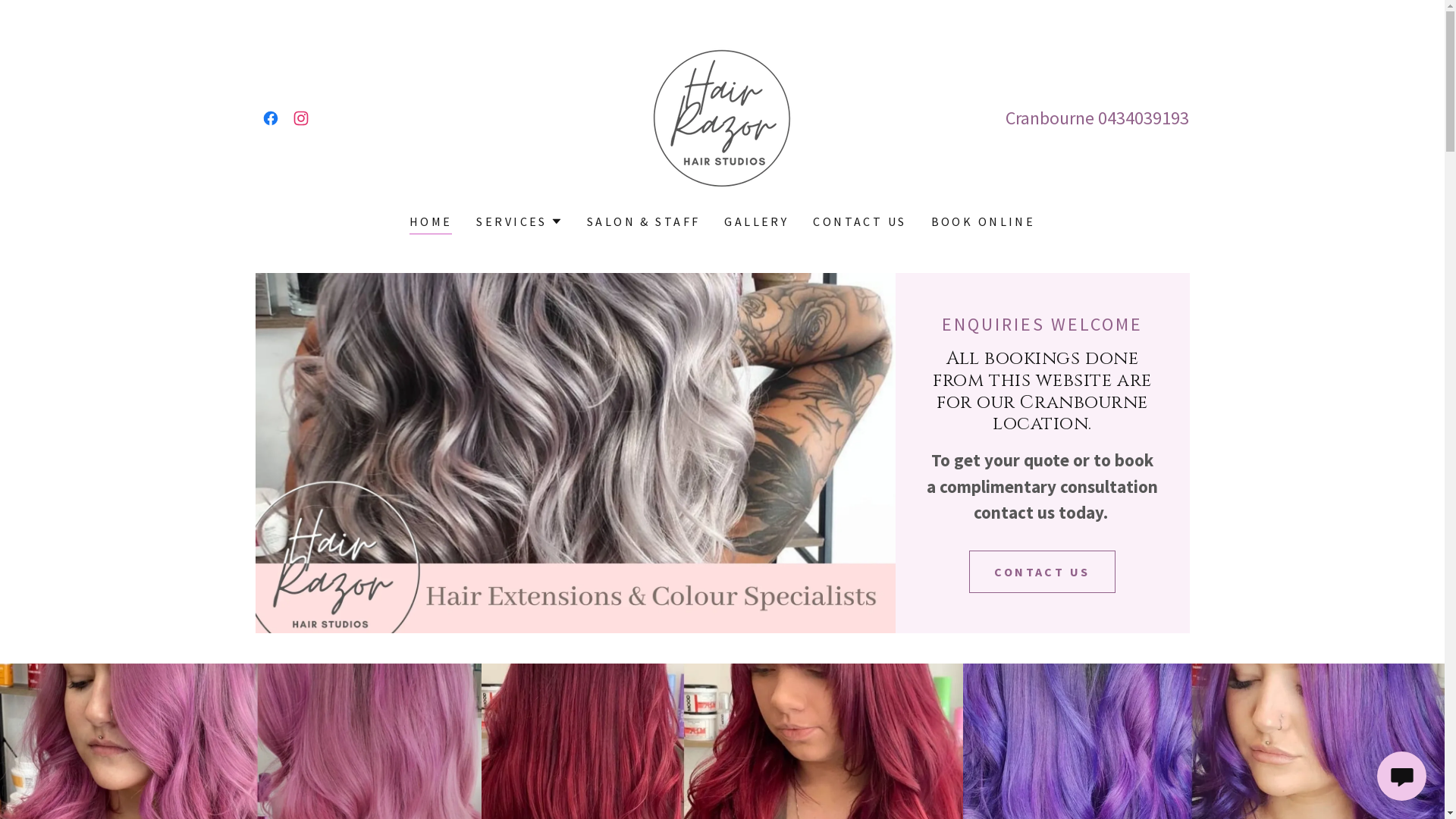  What do you see at coordinates (720, 115) in the screenshot?
I see `'Hair Razor Hair Studios'` at bounding box center [720, 115].